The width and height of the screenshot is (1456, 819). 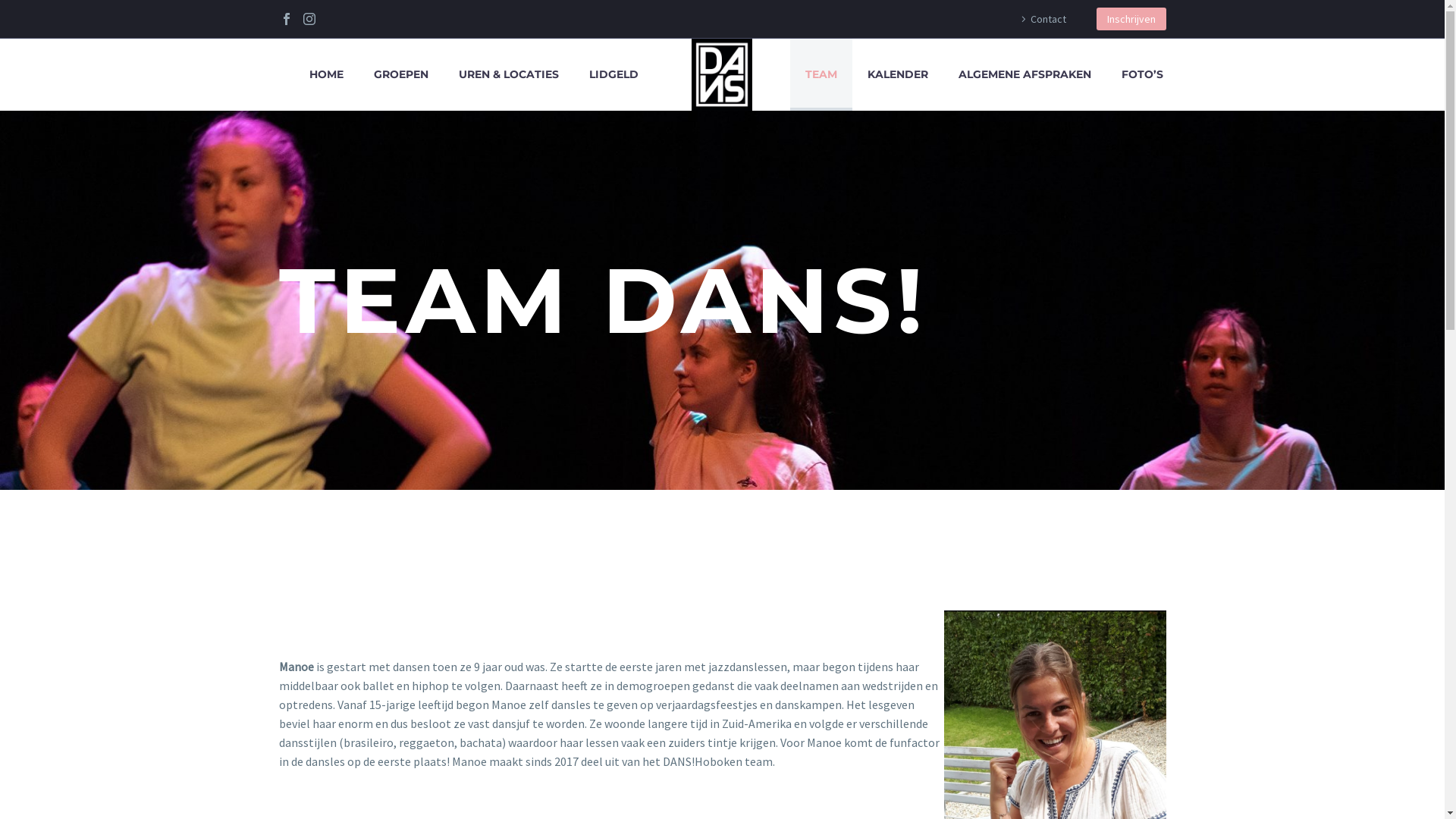 I want to click on 'GROEPEN', so click(x=400, y=74).